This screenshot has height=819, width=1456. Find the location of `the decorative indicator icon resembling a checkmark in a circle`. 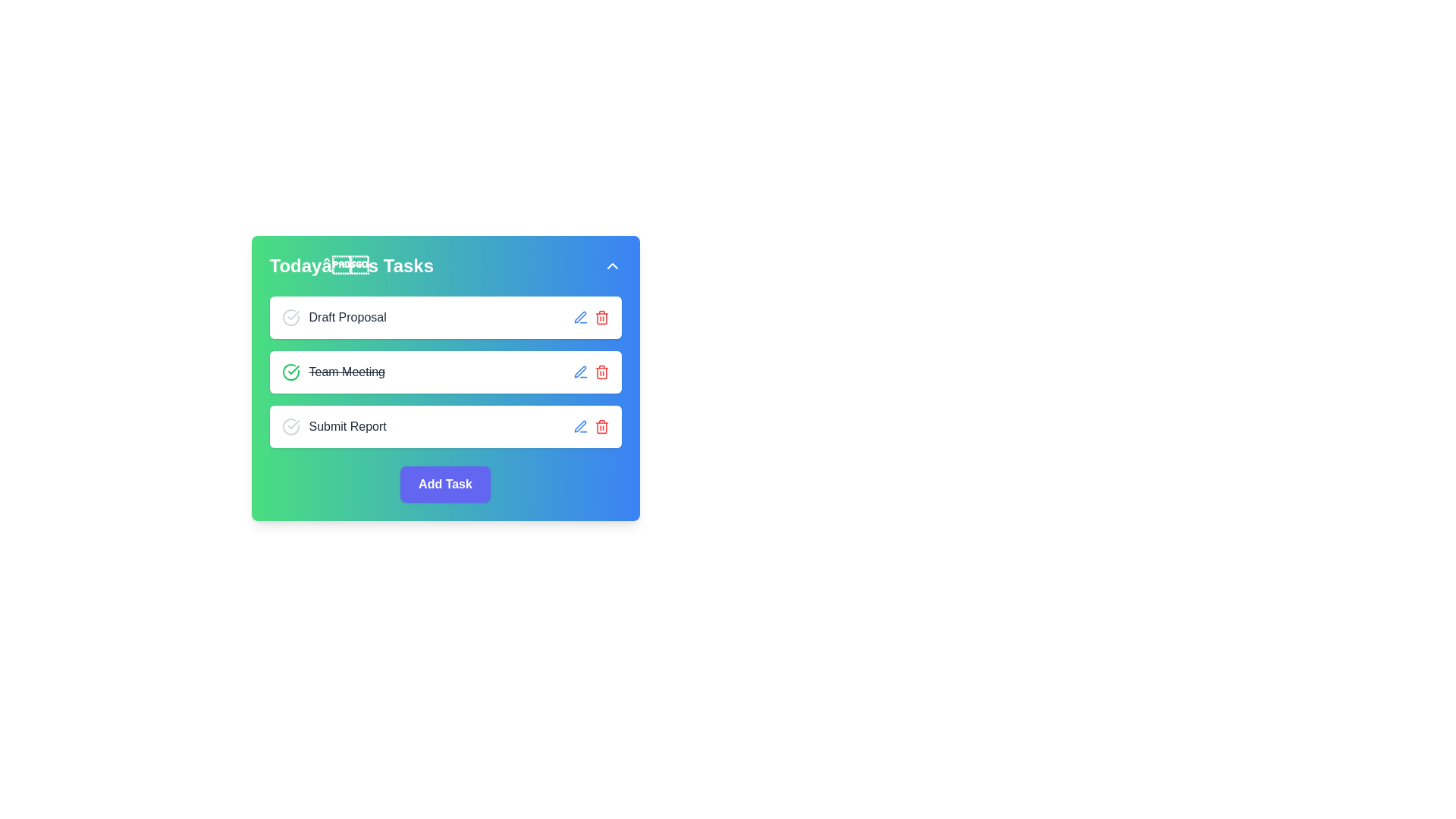

the decorative indicator icon resembling a checkmark in a circle is located at coordinates (290, 317).